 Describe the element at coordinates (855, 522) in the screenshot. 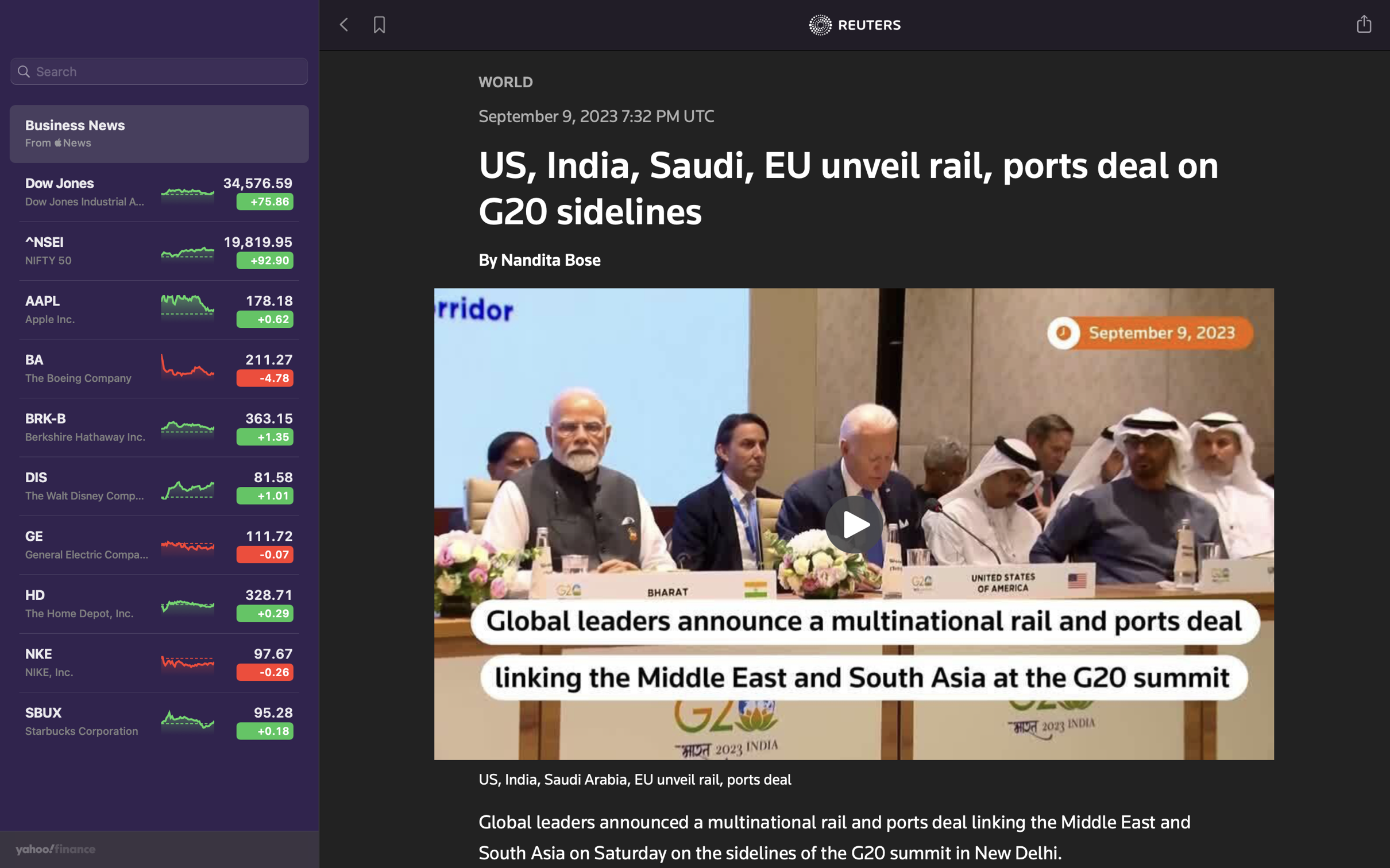

I see `Begin the subsequent news video file` at that location.